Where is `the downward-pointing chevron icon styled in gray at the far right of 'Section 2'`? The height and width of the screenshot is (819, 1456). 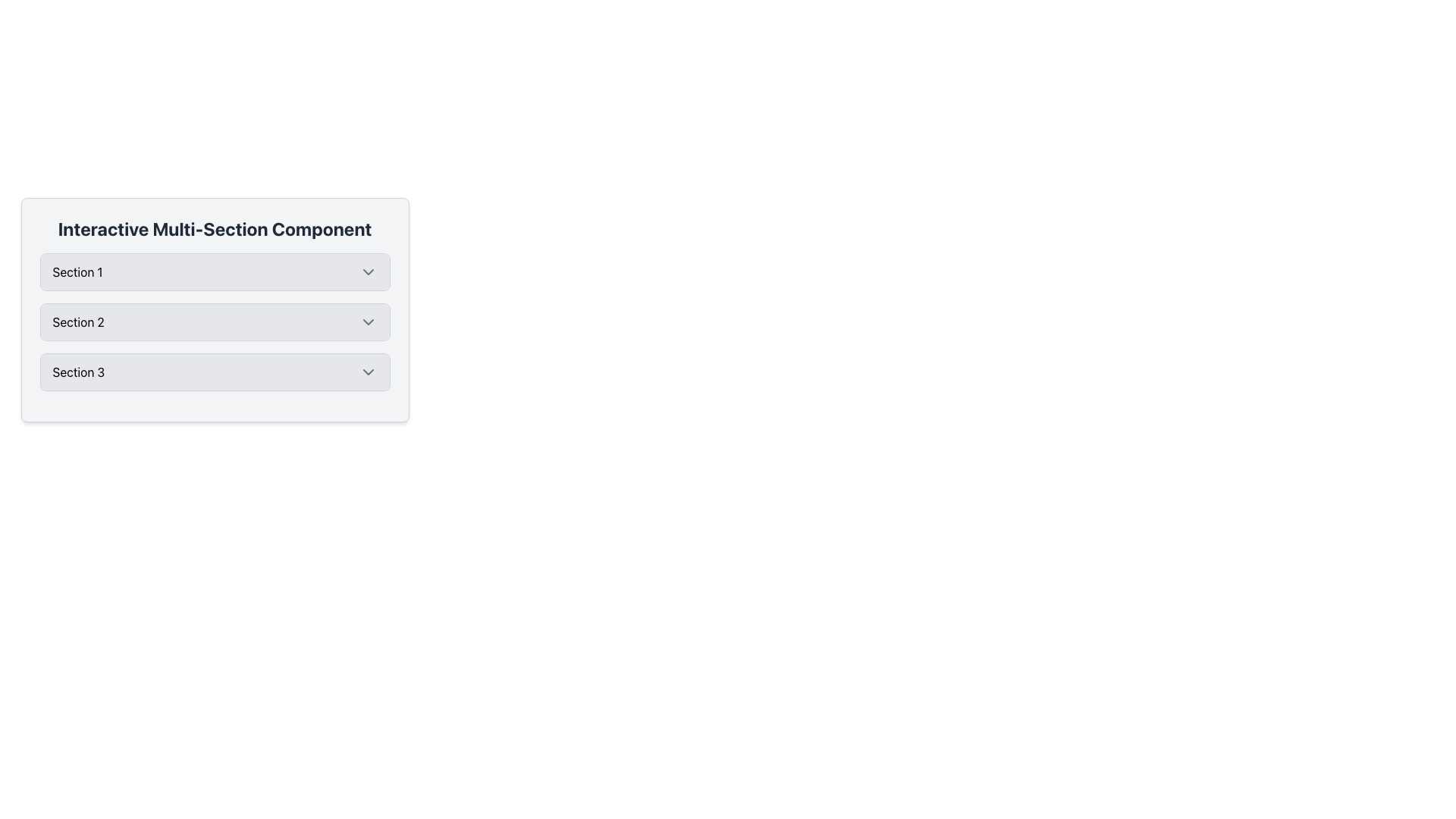
the downward-pointing chevron icon styled in gray at the far right of 'Section 2' is located at coordinates (368, 321).